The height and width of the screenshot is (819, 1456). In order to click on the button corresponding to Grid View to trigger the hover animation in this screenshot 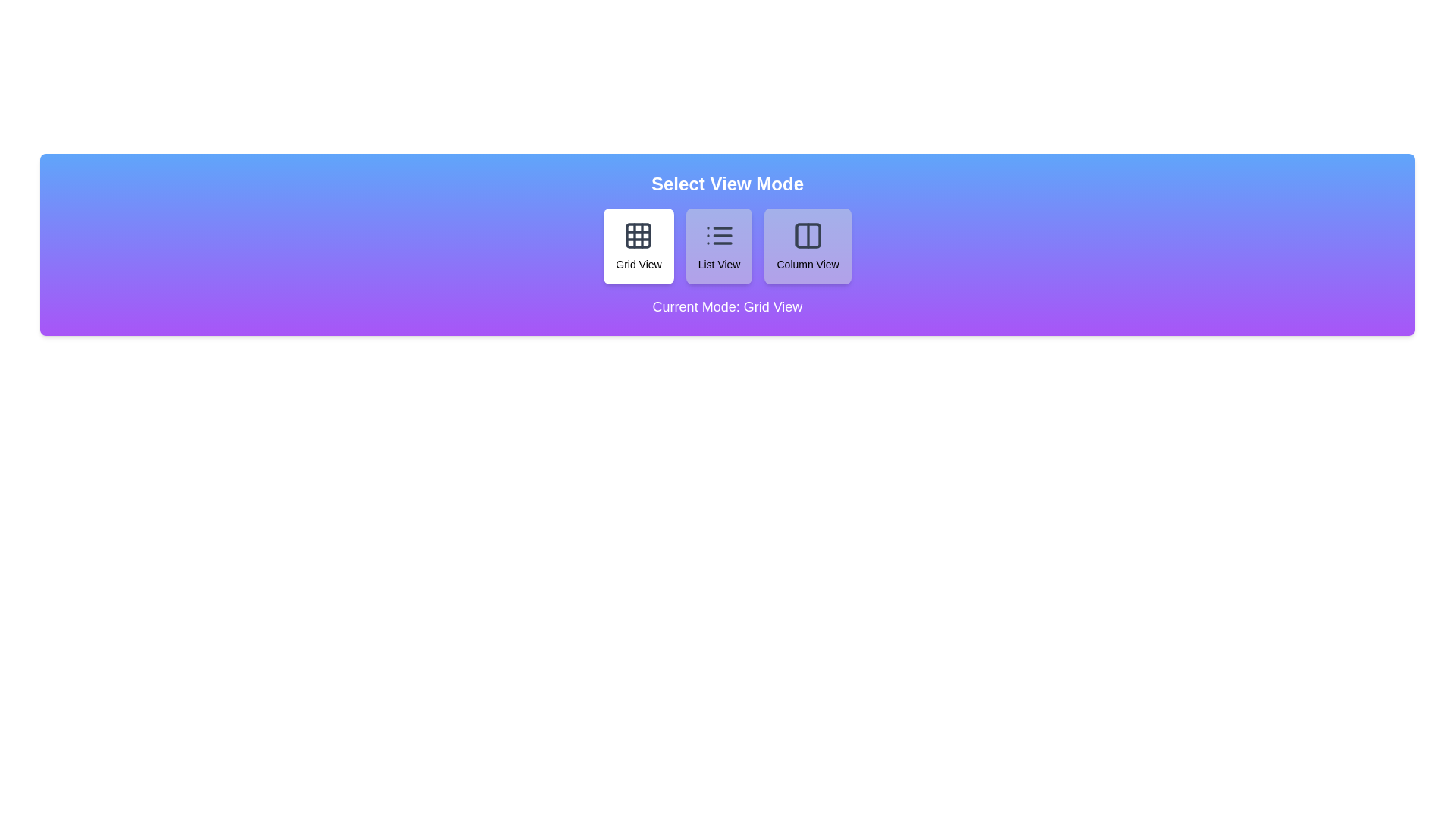, I will do `click(639, 245)`.